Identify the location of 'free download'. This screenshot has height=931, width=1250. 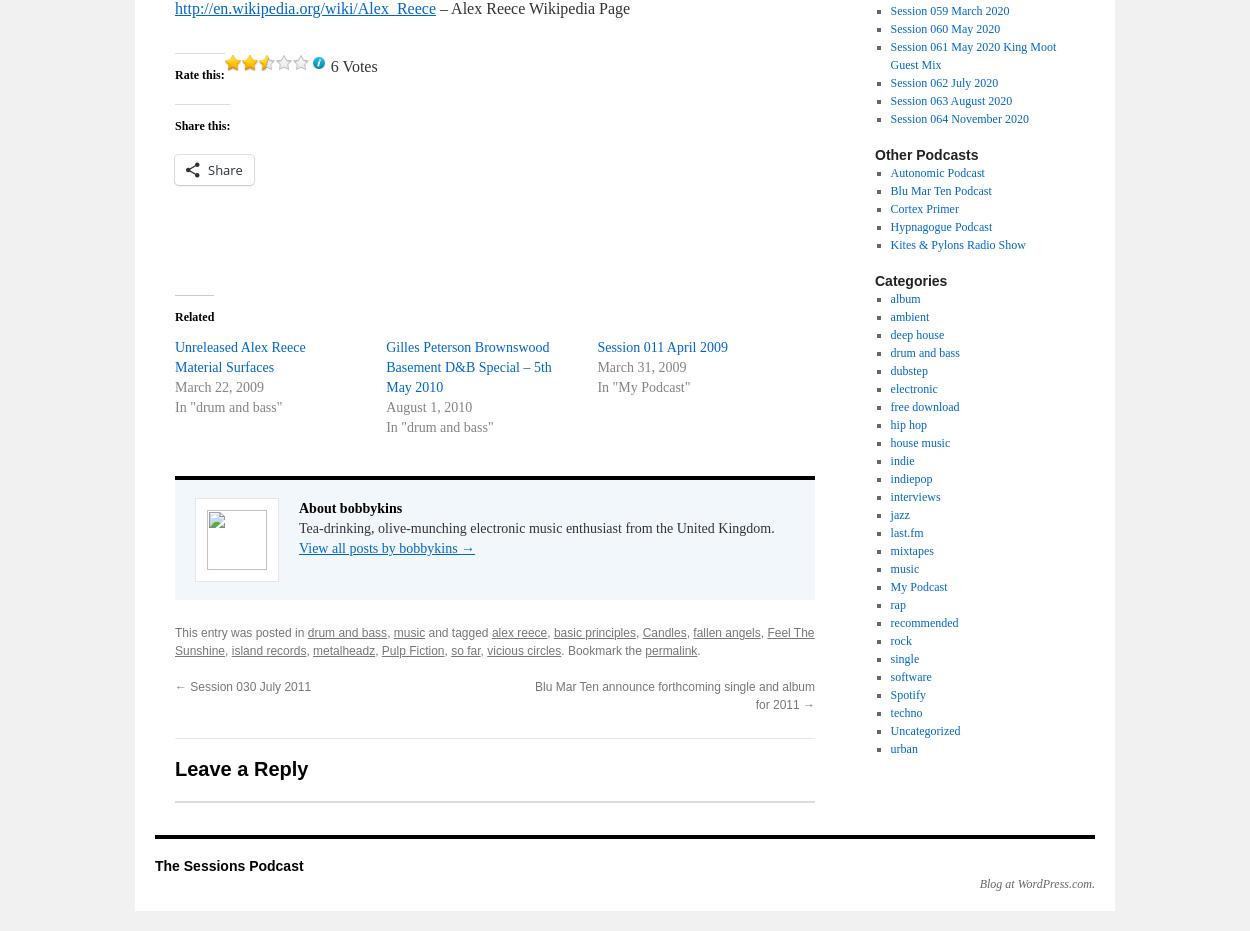
(924, 406).